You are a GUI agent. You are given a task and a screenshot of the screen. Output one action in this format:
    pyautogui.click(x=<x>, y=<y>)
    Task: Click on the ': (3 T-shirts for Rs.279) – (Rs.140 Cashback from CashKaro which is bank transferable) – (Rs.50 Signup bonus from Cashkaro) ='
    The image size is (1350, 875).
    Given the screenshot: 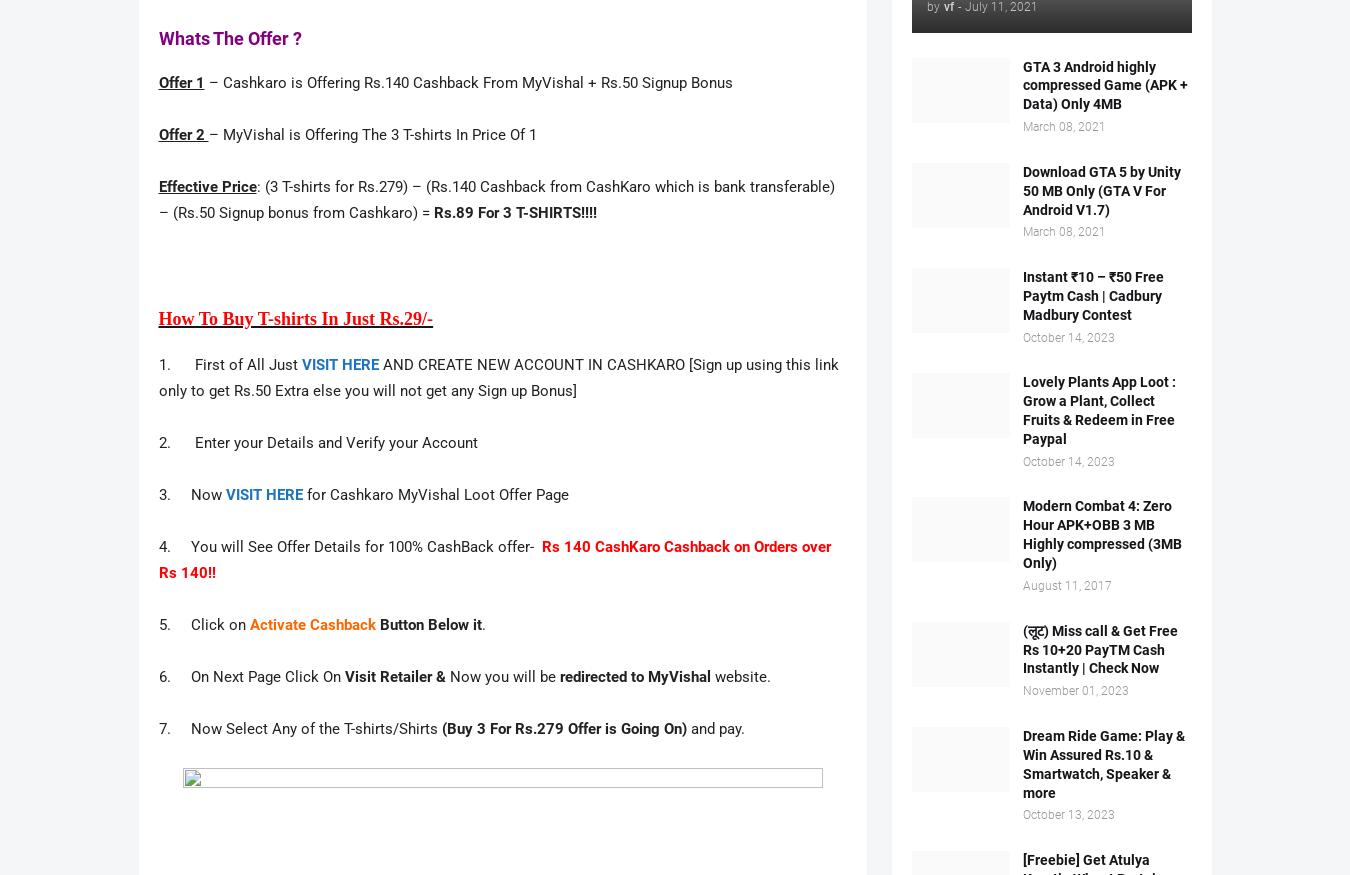 What is the action you would take?
    pyautogui.click(x=494, y=200)
    